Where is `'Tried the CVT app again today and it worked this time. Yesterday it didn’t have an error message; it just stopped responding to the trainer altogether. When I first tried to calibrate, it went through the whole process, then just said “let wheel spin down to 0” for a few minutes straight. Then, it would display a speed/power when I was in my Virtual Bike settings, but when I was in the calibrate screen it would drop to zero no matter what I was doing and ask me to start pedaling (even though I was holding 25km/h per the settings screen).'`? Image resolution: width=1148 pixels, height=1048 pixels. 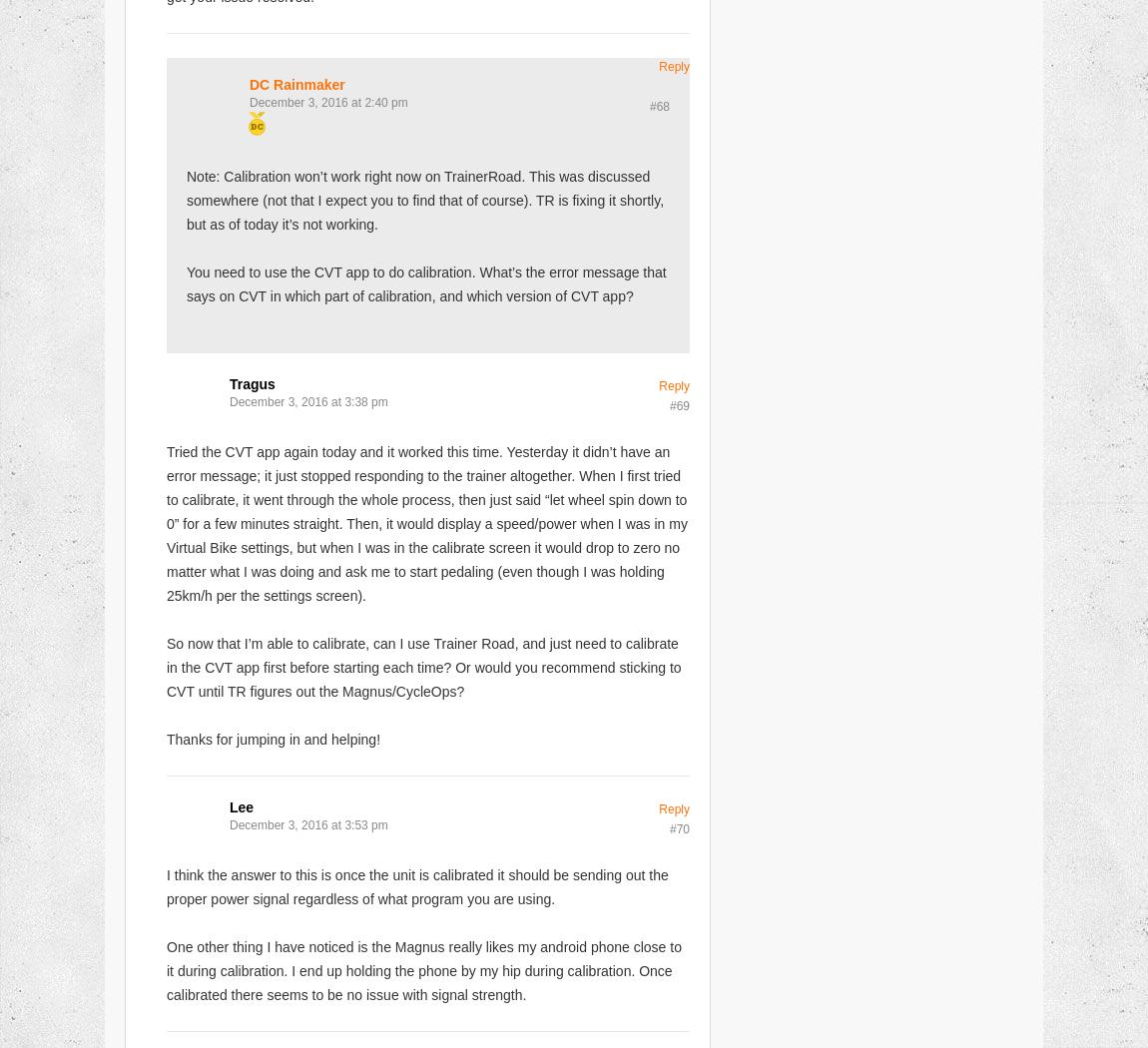 'Tried the CVT app again today and it worked this time. Yesterday it didn’t have an error message; it just stopped responding to the trainer altogether. When I first tried to calibrate, it went through the whole process, then just said “let wheel spin down to 0” for a few minutes straight. Then, it would display a speed/power when I was in my Virtual Bike settings, but when I was in the calibrate screen it would drop to zero no matter what I was doing and ask me to start pedaling (even though I was holding 25km/h per the settings screen).' is located at coordinates (426, 521).